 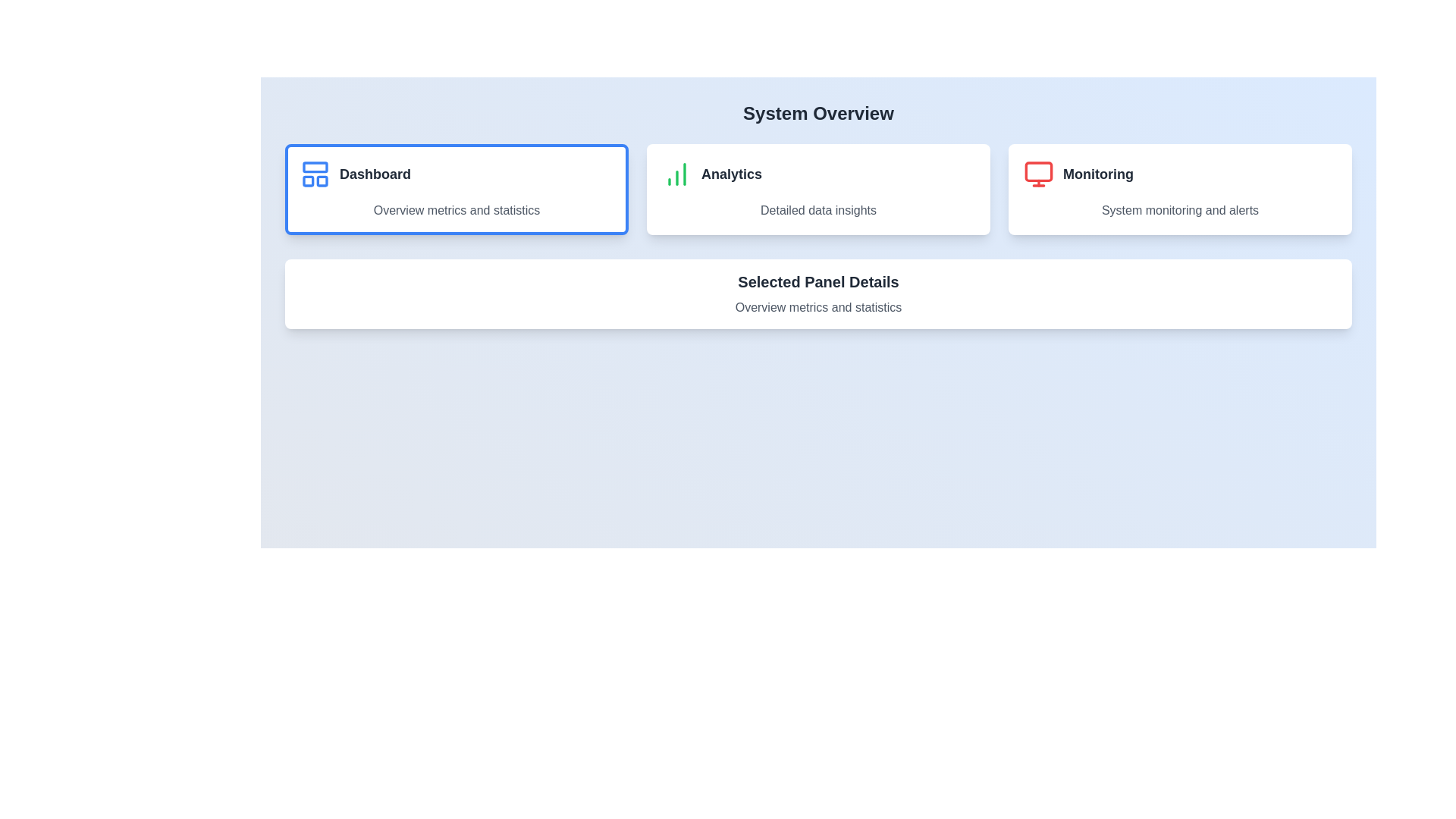 I want to click on the red monitor icon located on the right side of the second panel row labeled 'Monitoring' within the 'System Overview' section, so click(x=1037, y=174).